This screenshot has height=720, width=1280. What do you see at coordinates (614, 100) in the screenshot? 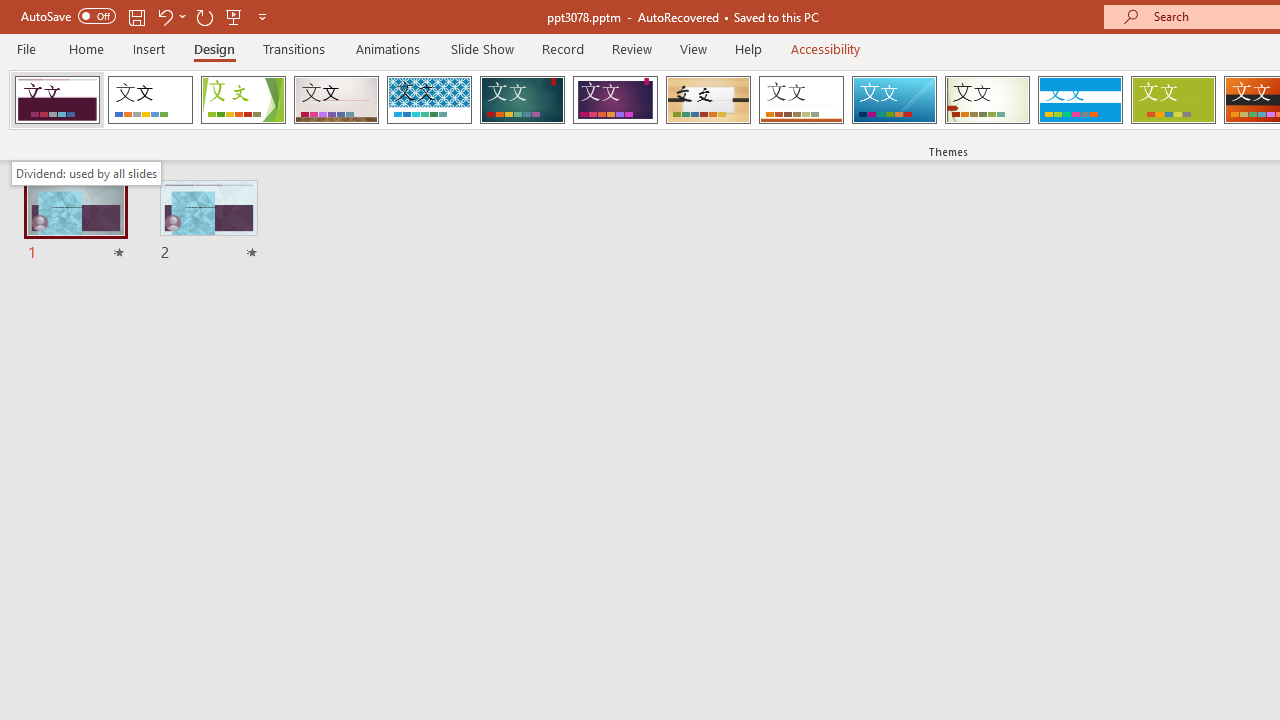
I see `'Ion Boardroom'` at bounding box center [614, 100].